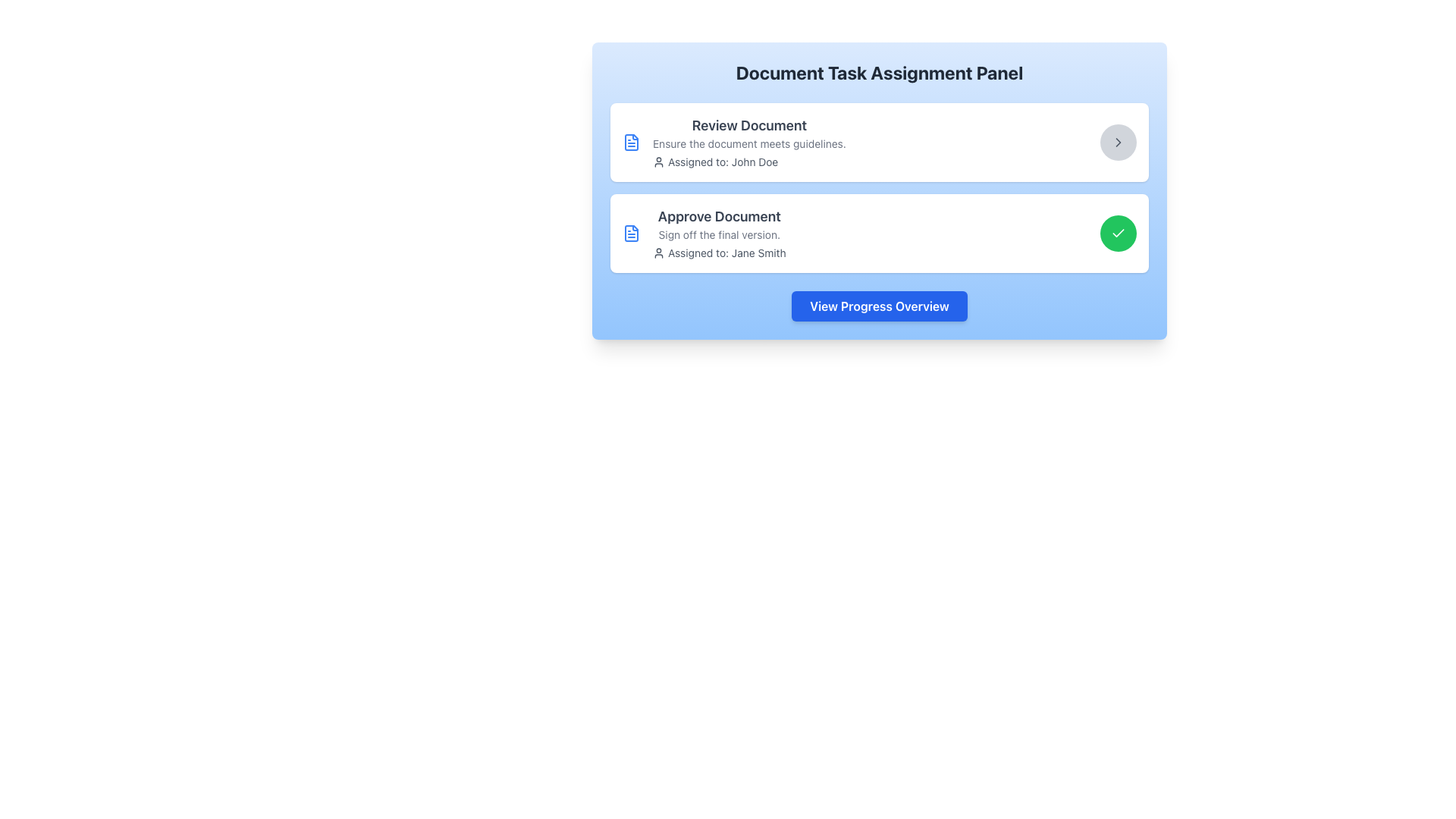  Describe the element at coordinates (632, 234) in the screenshot. I see `the document icon with a blue-themed outline representing the 'Approve Document' task, located in the second row of the document assignment list` at that location.